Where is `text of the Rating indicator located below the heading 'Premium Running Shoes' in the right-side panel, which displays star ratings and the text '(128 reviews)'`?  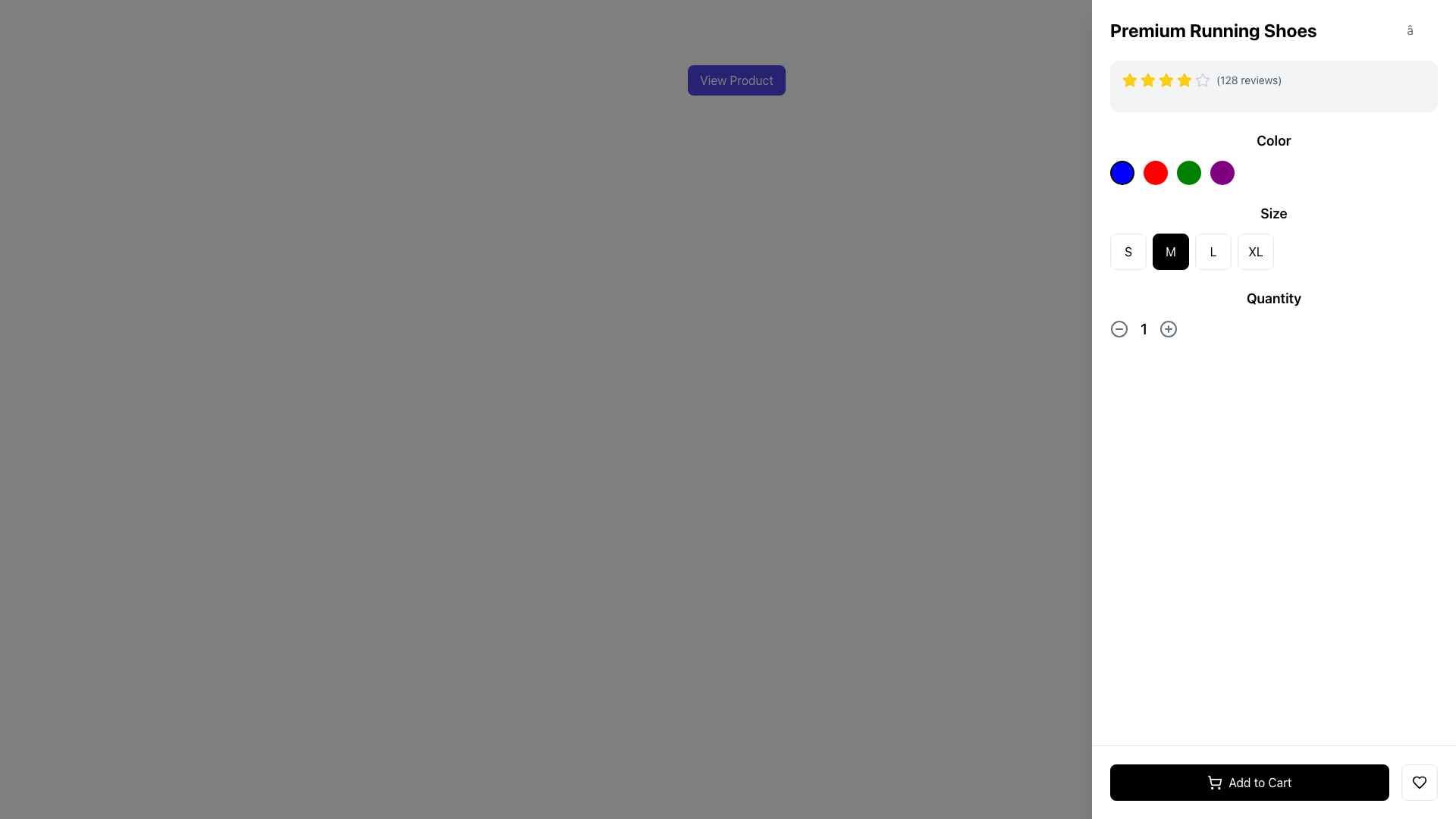
text of the Rating indicator located below the heading 'Premium Running Shoes' in the right-side panel, which displays star ratings and the text '(128 reviews)' is located at coordinates (1274, 86).